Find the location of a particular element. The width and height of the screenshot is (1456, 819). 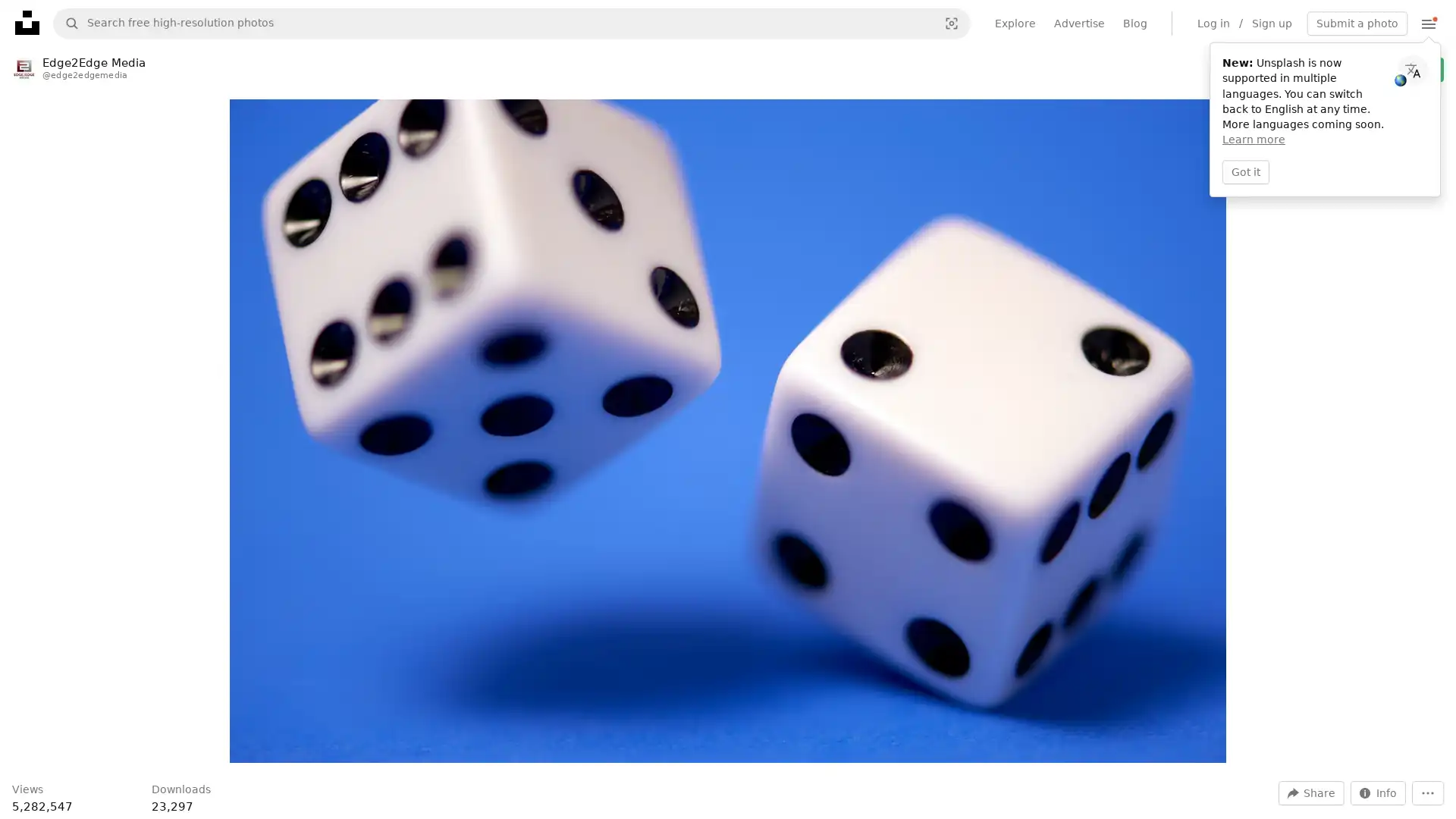

Submita photo is located at coordinates (1357, 23).